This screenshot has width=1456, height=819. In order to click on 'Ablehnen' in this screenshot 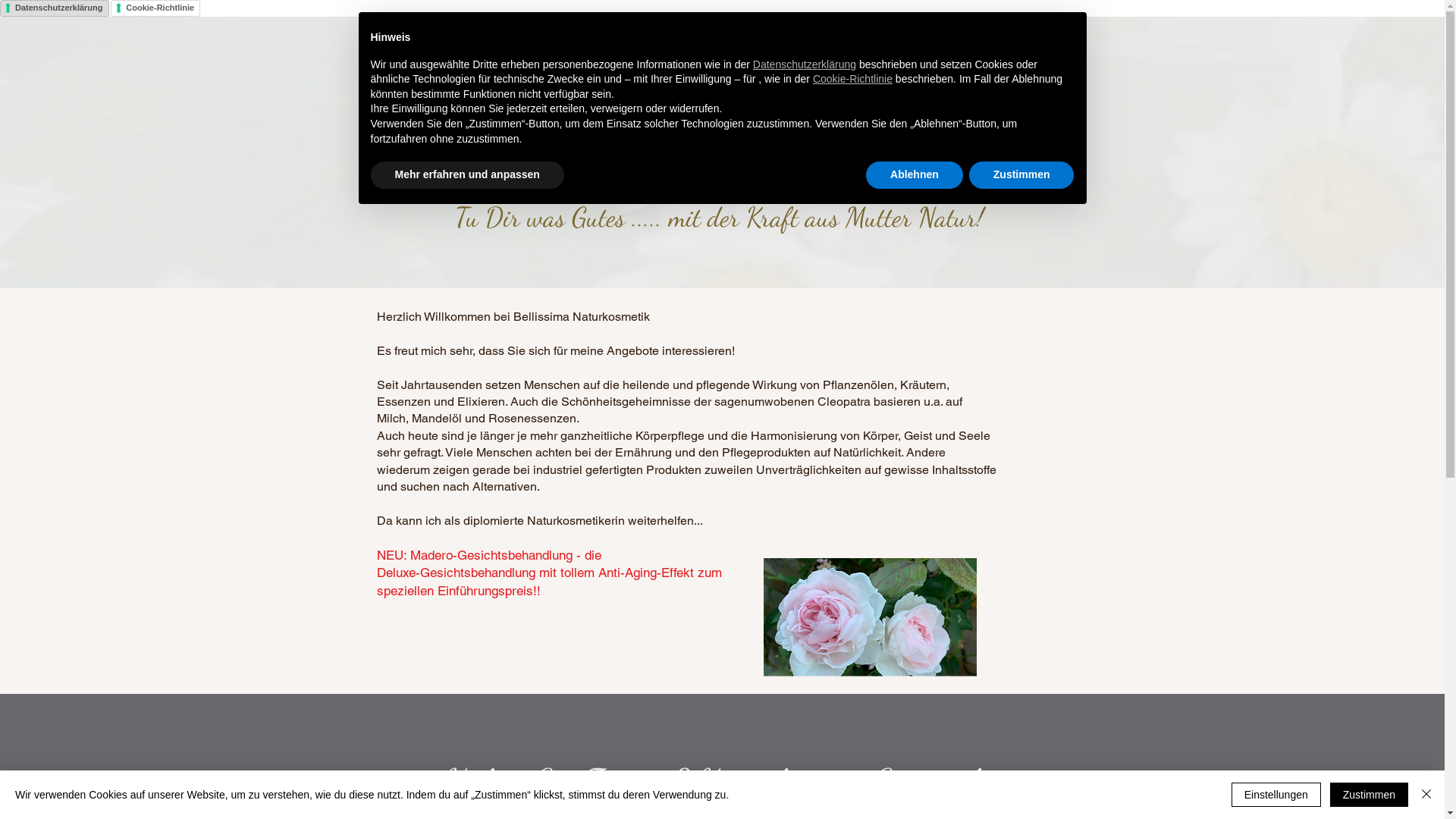, I will do `click(866, 174)`.